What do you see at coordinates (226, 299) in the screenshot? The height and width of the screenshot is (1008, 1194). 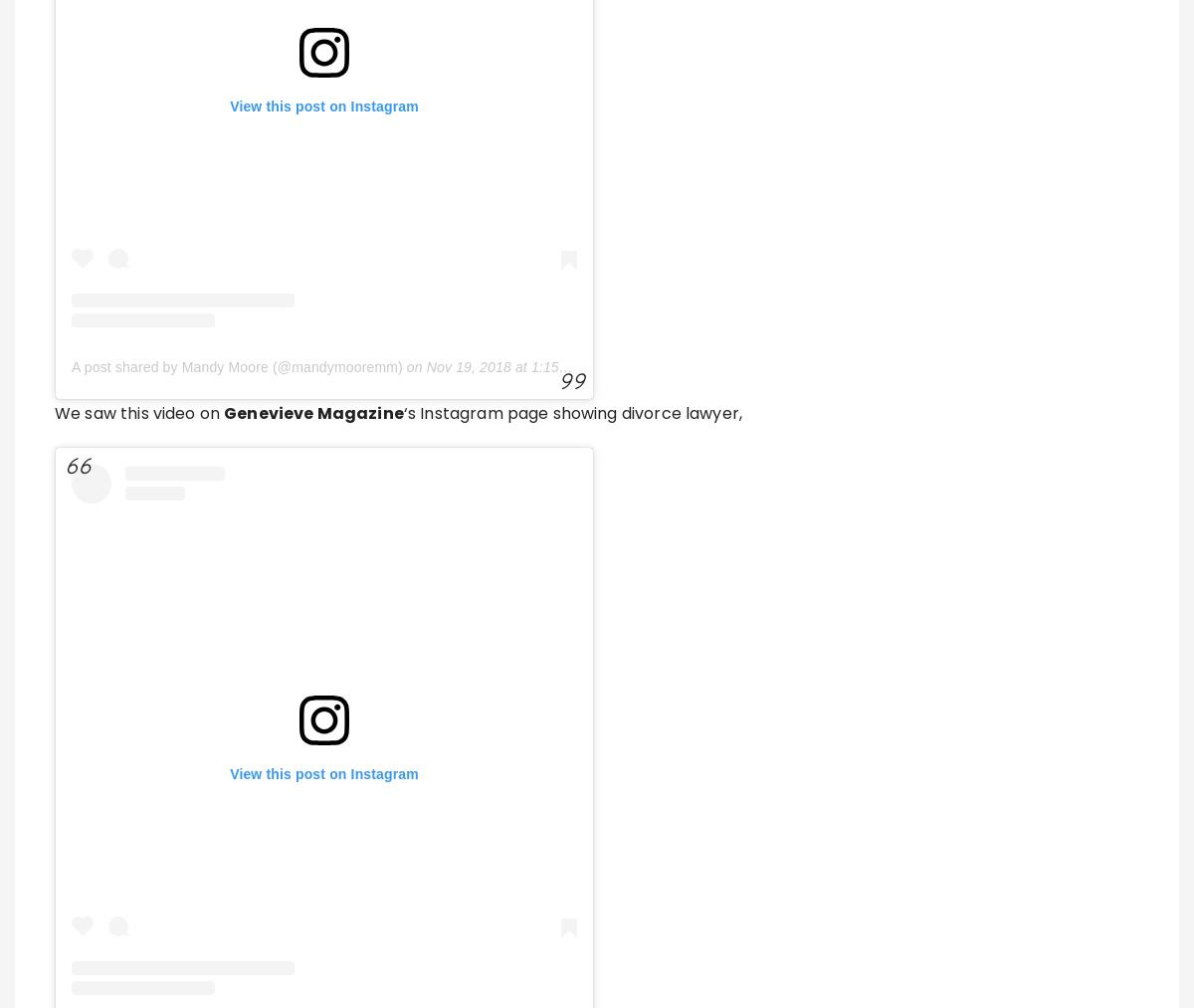 I see `'Previous Post'` at bounding box center [226, 299].